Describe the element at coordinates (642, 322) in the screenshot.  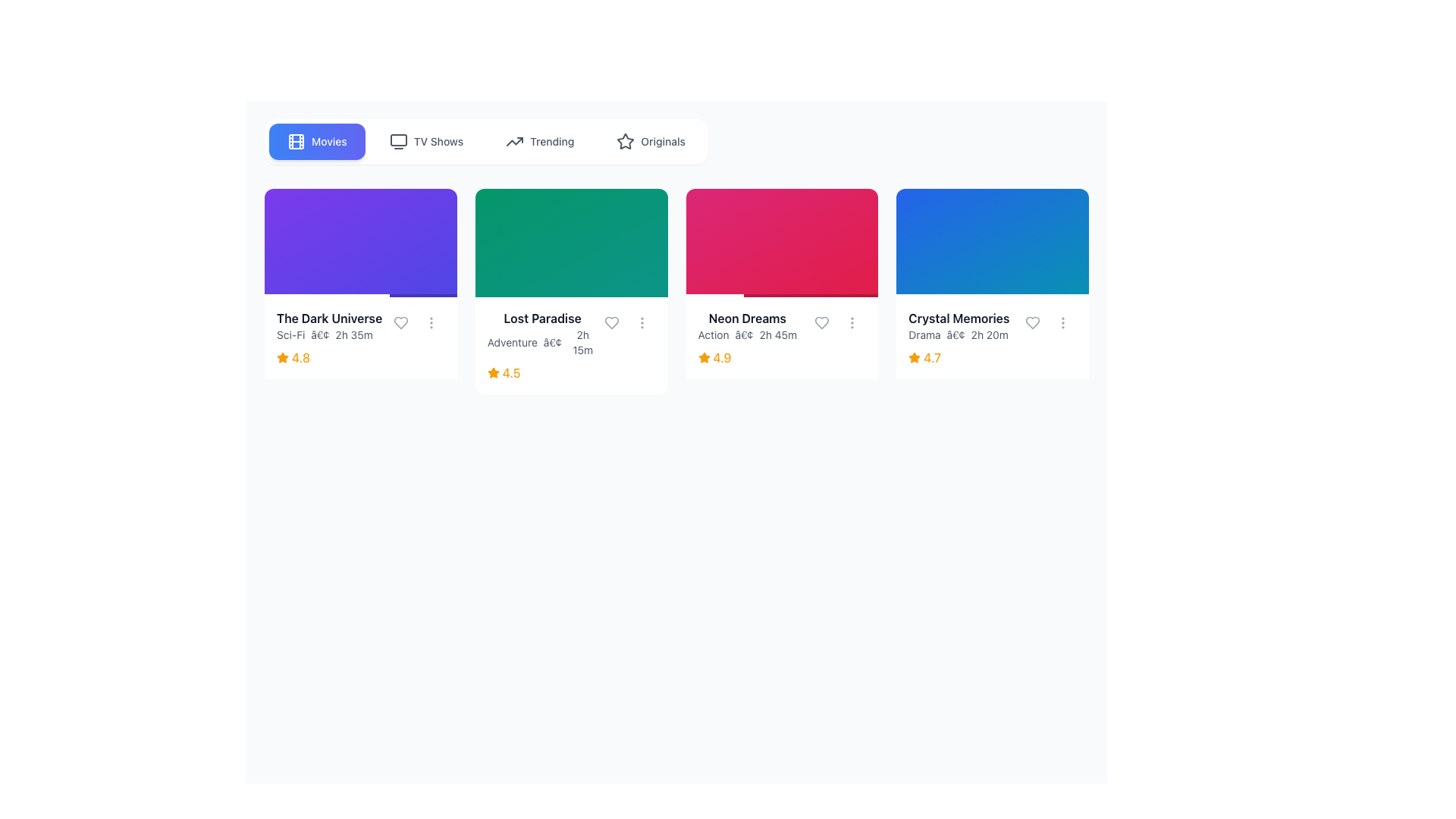
I see `the menu trigger button located in the top-right corner of the 'Lost Paradise' card` at that location.